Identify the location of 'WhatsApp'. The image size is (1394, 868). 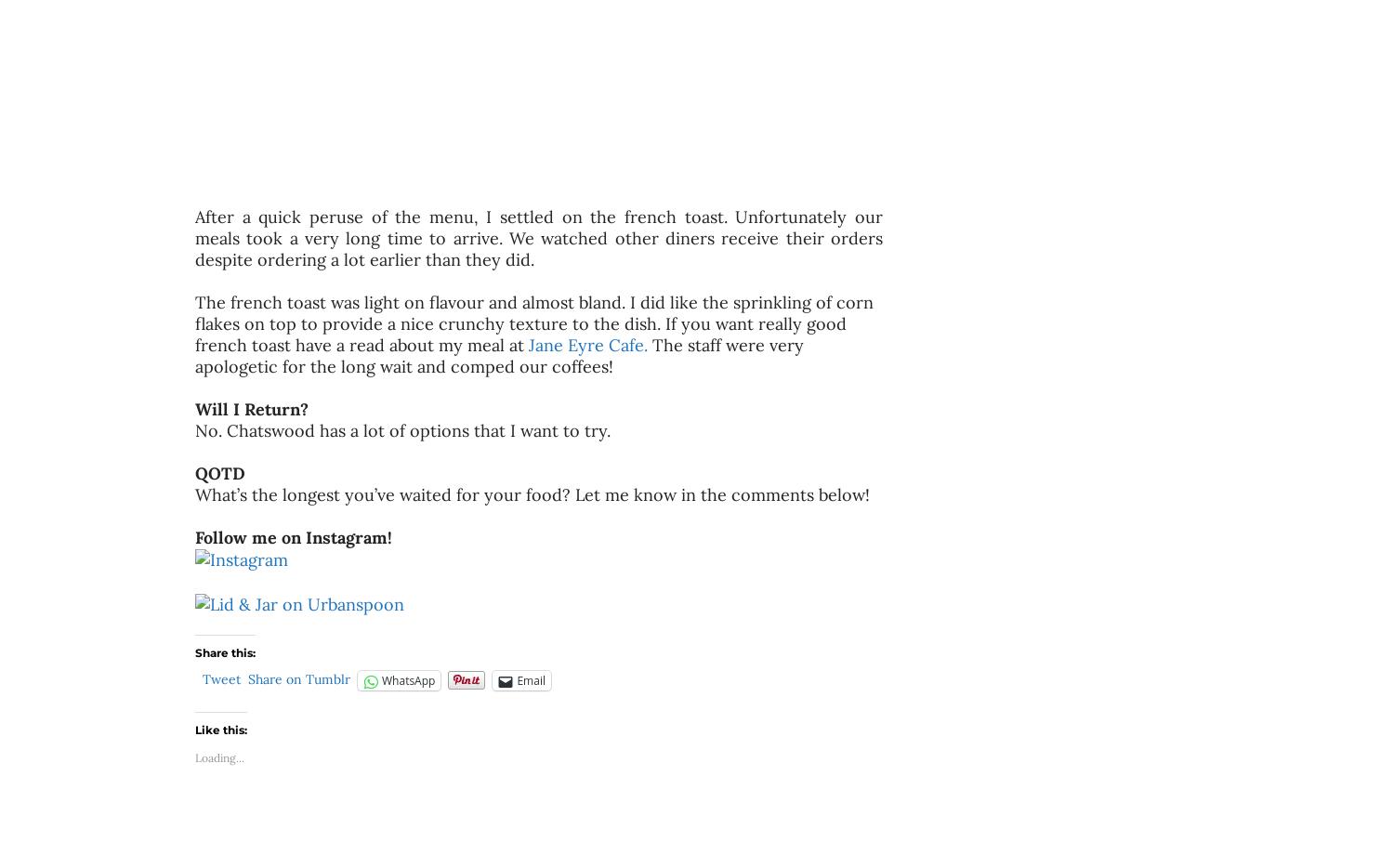
(407, 680).